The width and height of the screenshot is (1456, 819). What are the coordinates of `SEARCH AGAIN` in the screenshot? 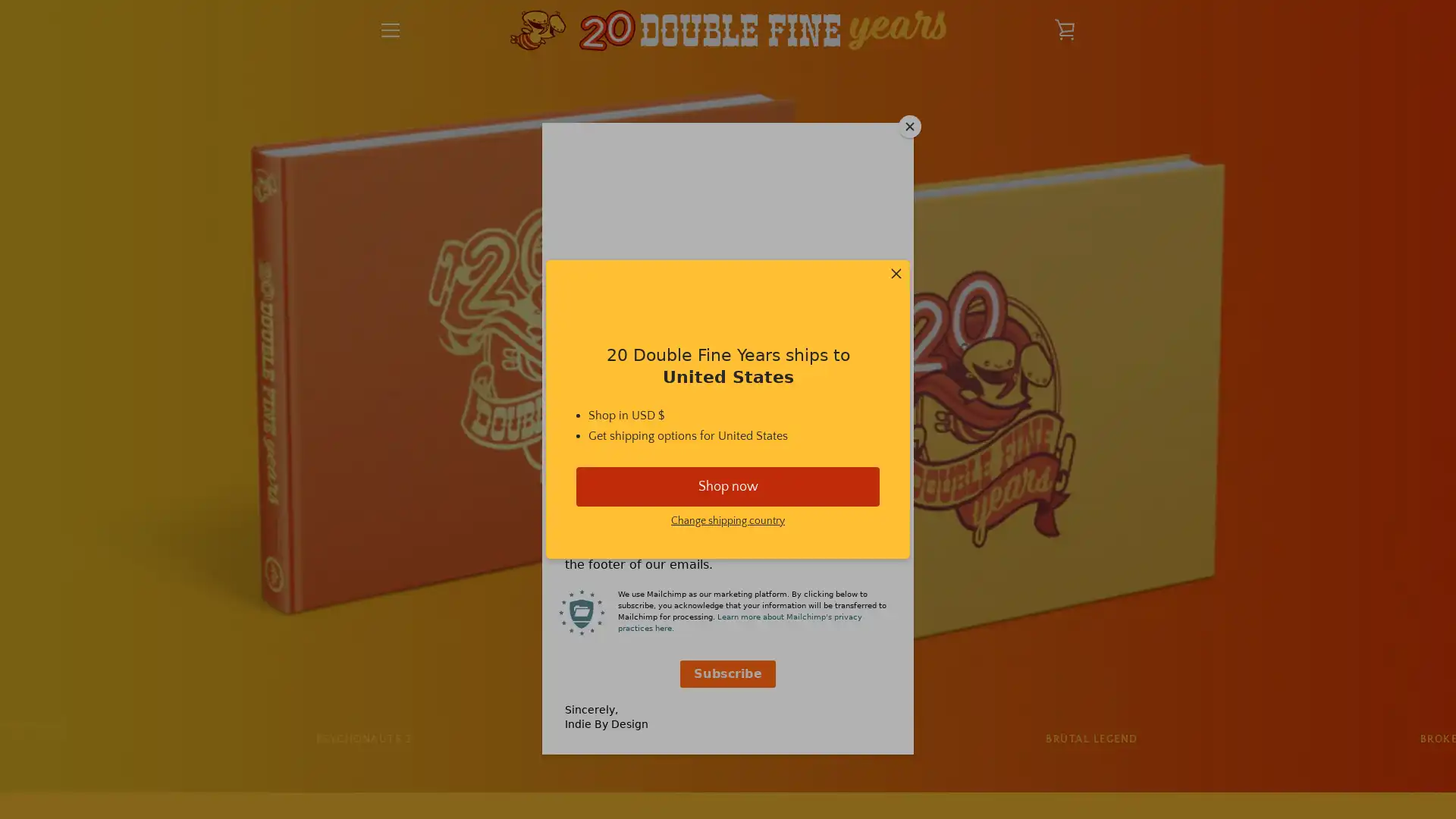 It's located at (799, 598).